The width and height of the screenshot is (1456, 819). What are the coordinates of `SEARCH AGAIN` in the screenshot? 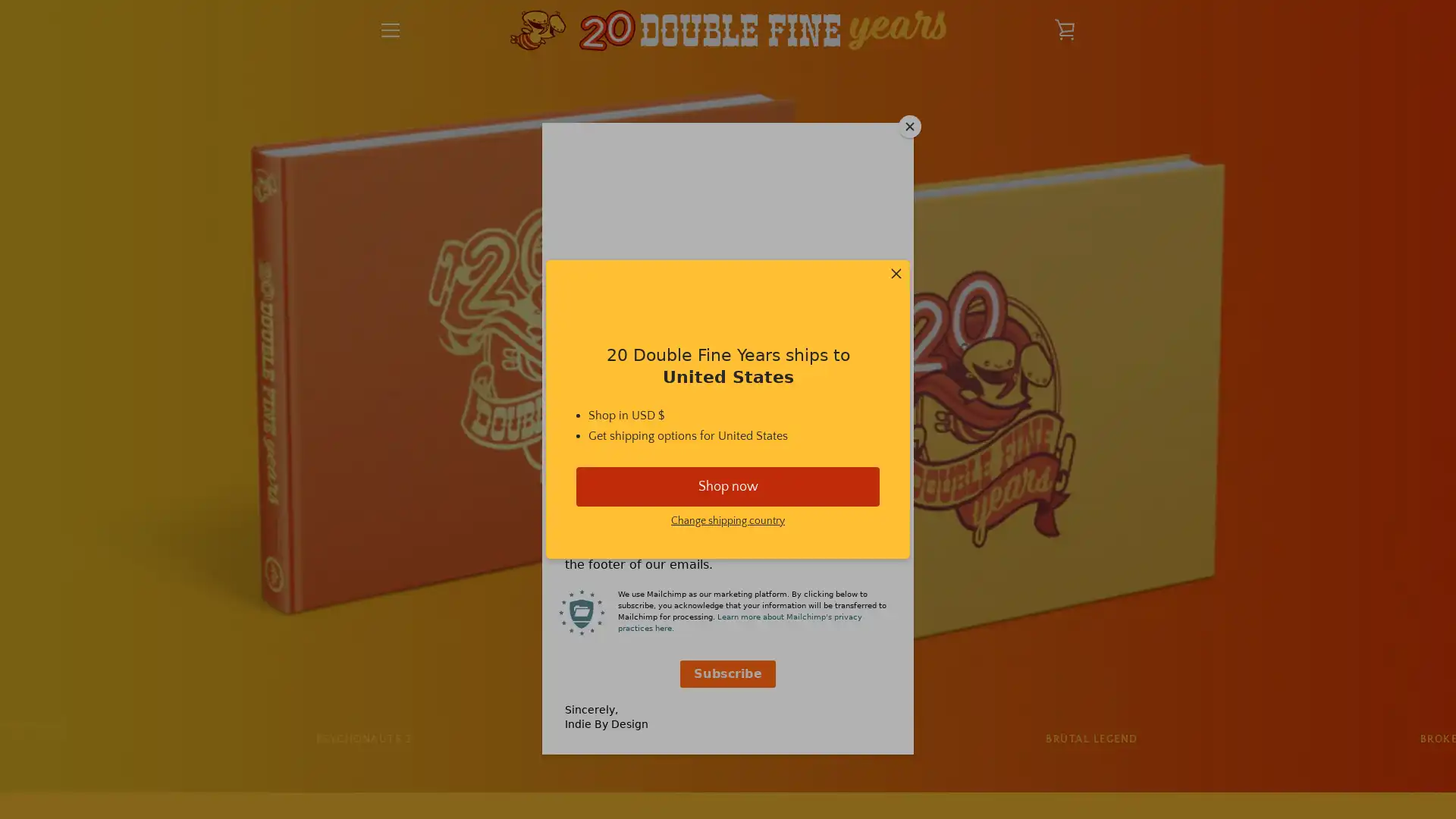 It's located at (799, 598).